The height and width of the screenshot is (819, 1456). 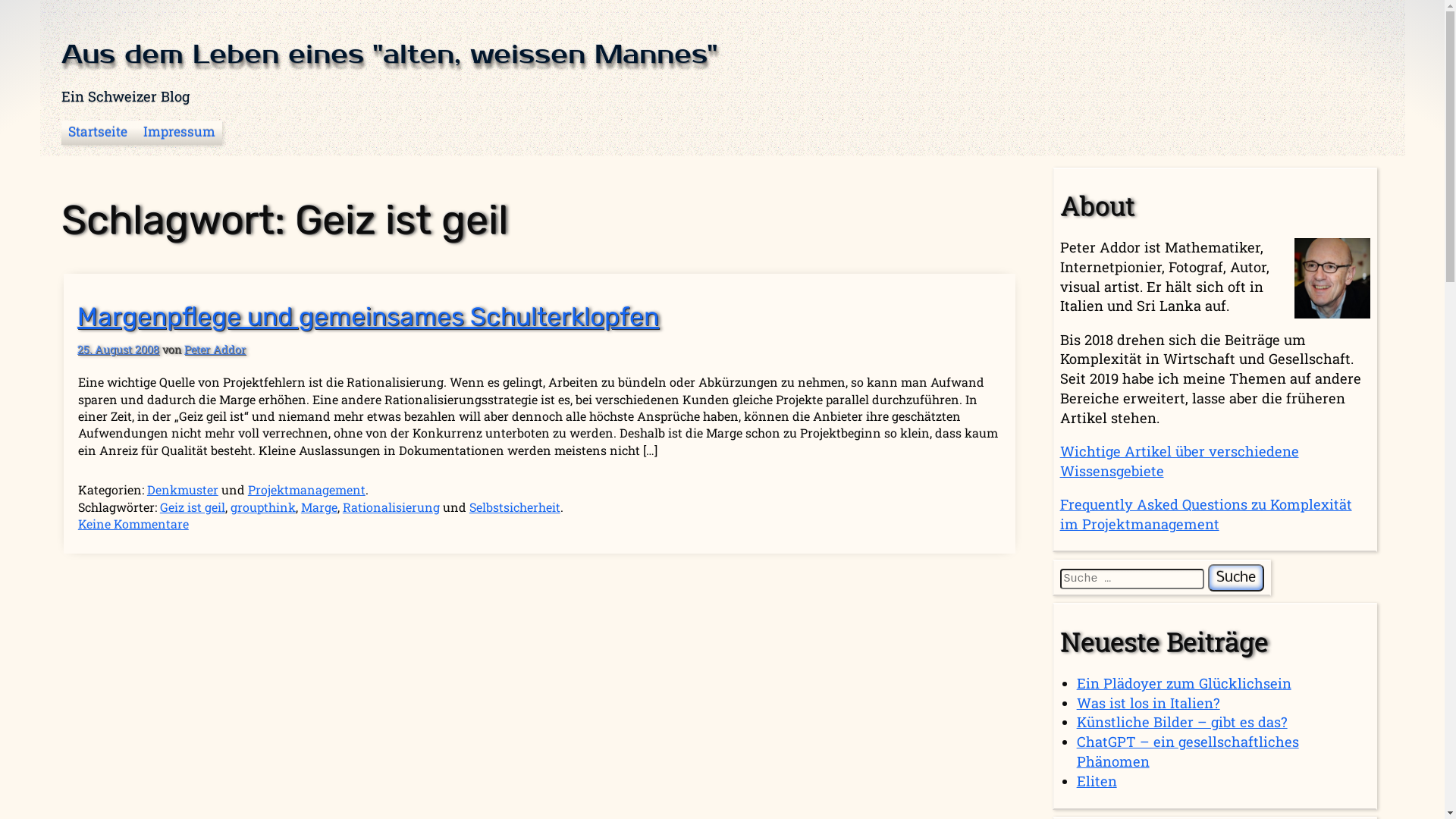 I want to click on 'Marge', so click(x=318, y=507).